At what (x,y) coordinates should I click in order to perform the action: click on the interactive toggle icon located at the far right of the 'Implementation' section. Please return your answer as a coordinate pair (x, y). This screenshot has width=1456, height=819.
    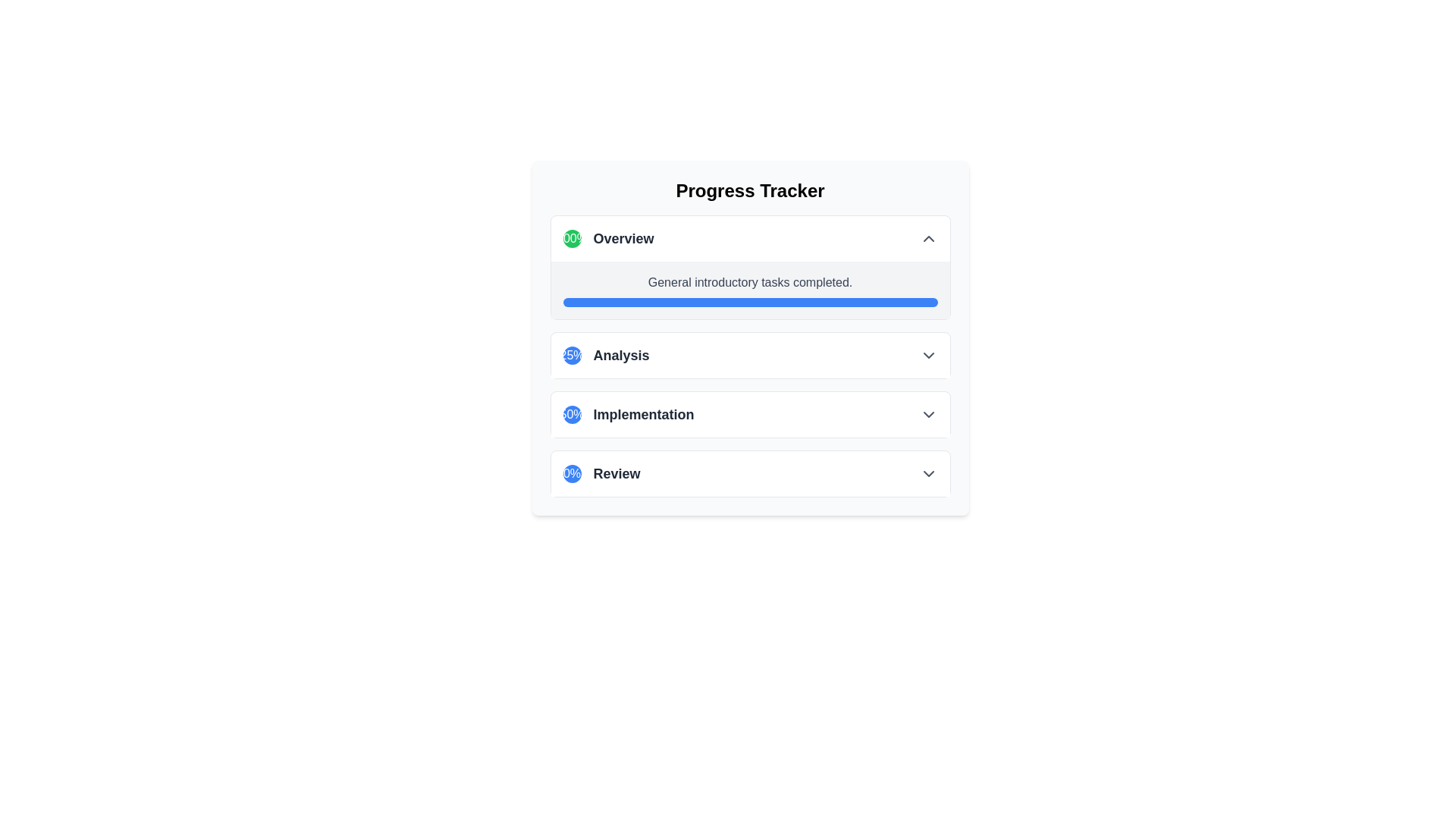
    Looking at the image, I should click on (927, 415).